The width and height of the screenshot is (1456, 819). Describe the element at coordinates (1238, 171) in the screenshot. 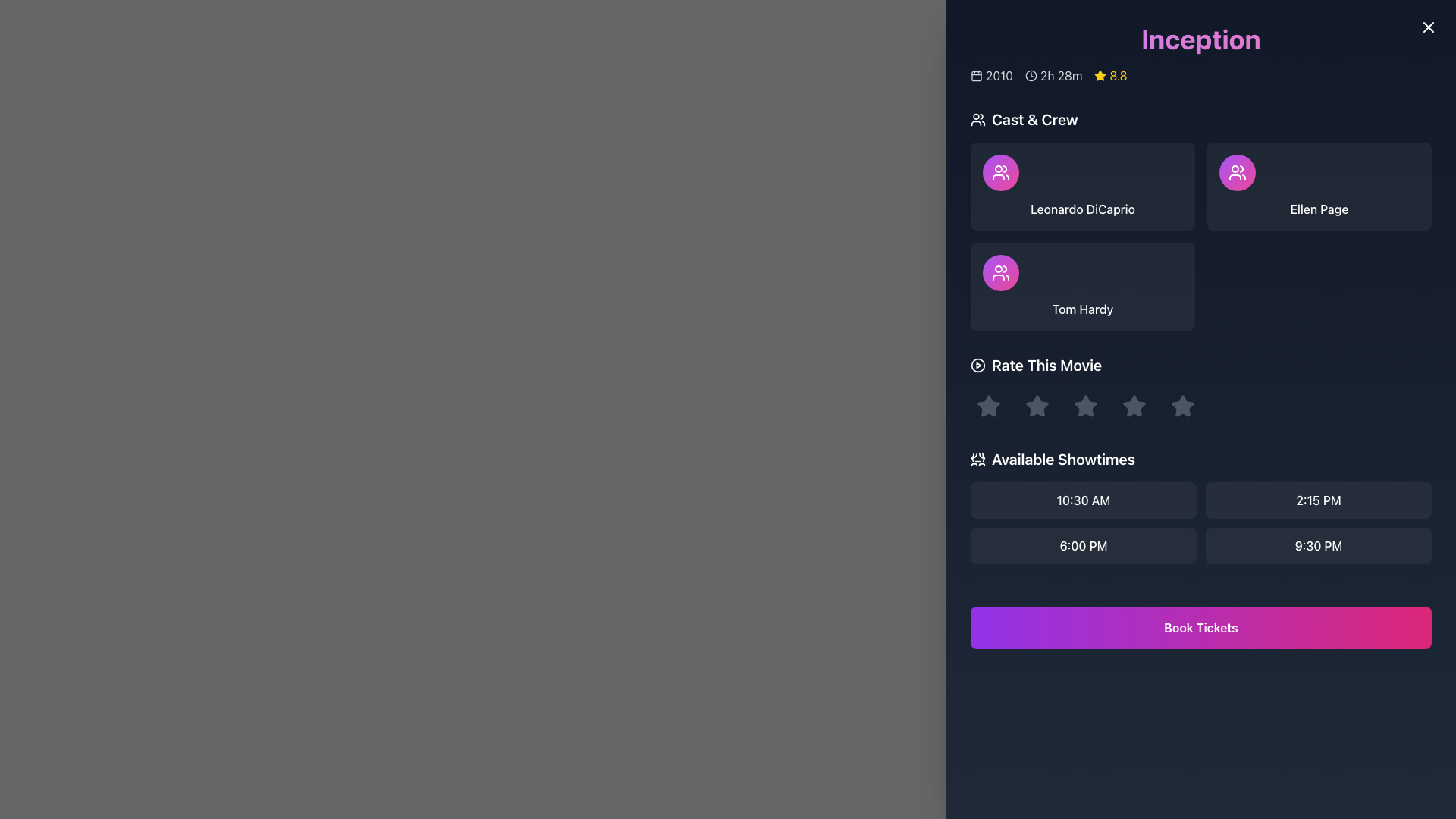

I see `details associated with the circular icon featuring a gradient background and a white outline of two people, located above the text 'Ellen Page' in the 'Cast & Crew' section` at that location.